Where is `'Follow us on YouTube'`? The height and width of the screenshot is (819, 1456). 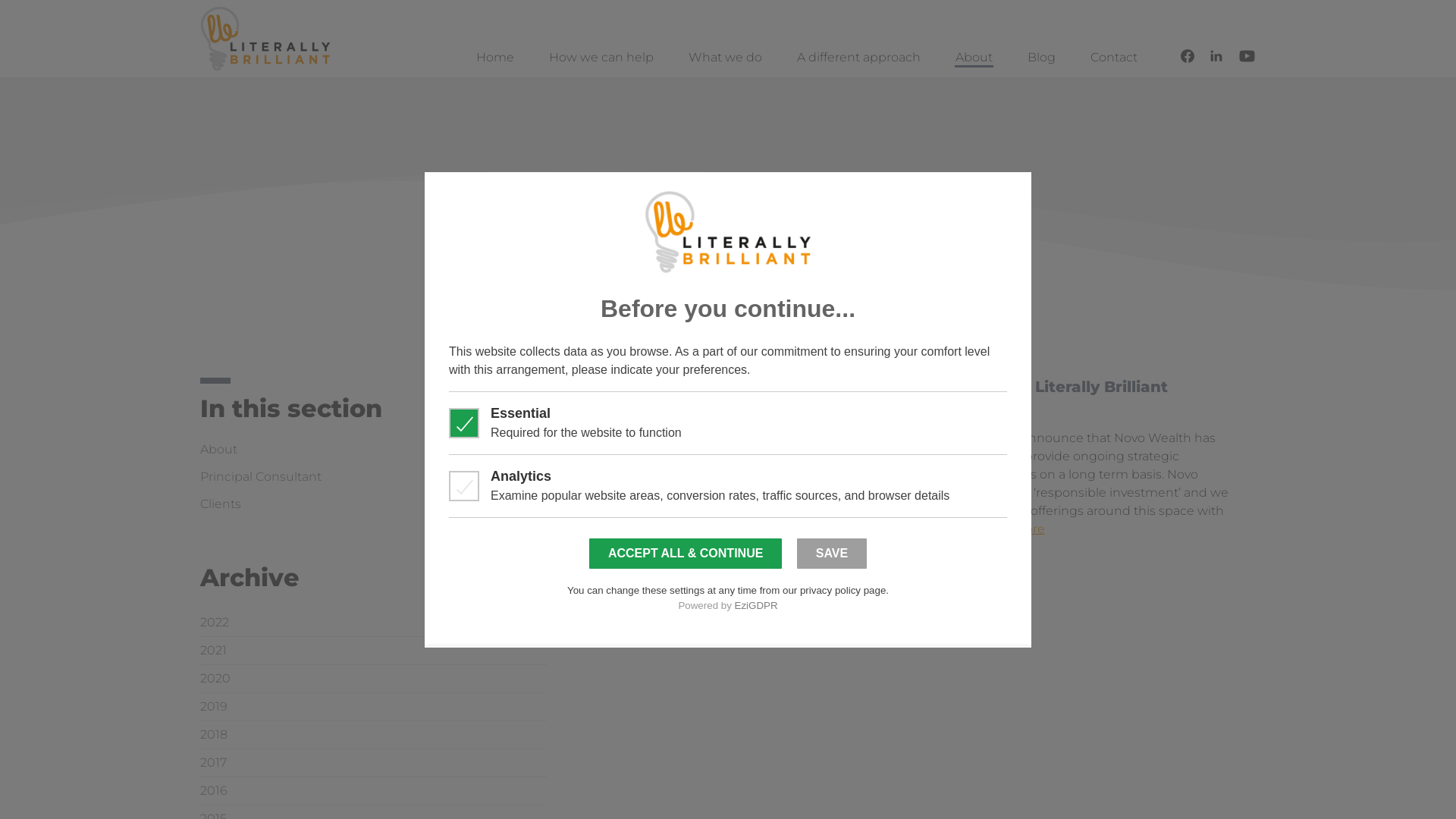
'Follow us on YouTube' is located at coordinates (1247, 55).